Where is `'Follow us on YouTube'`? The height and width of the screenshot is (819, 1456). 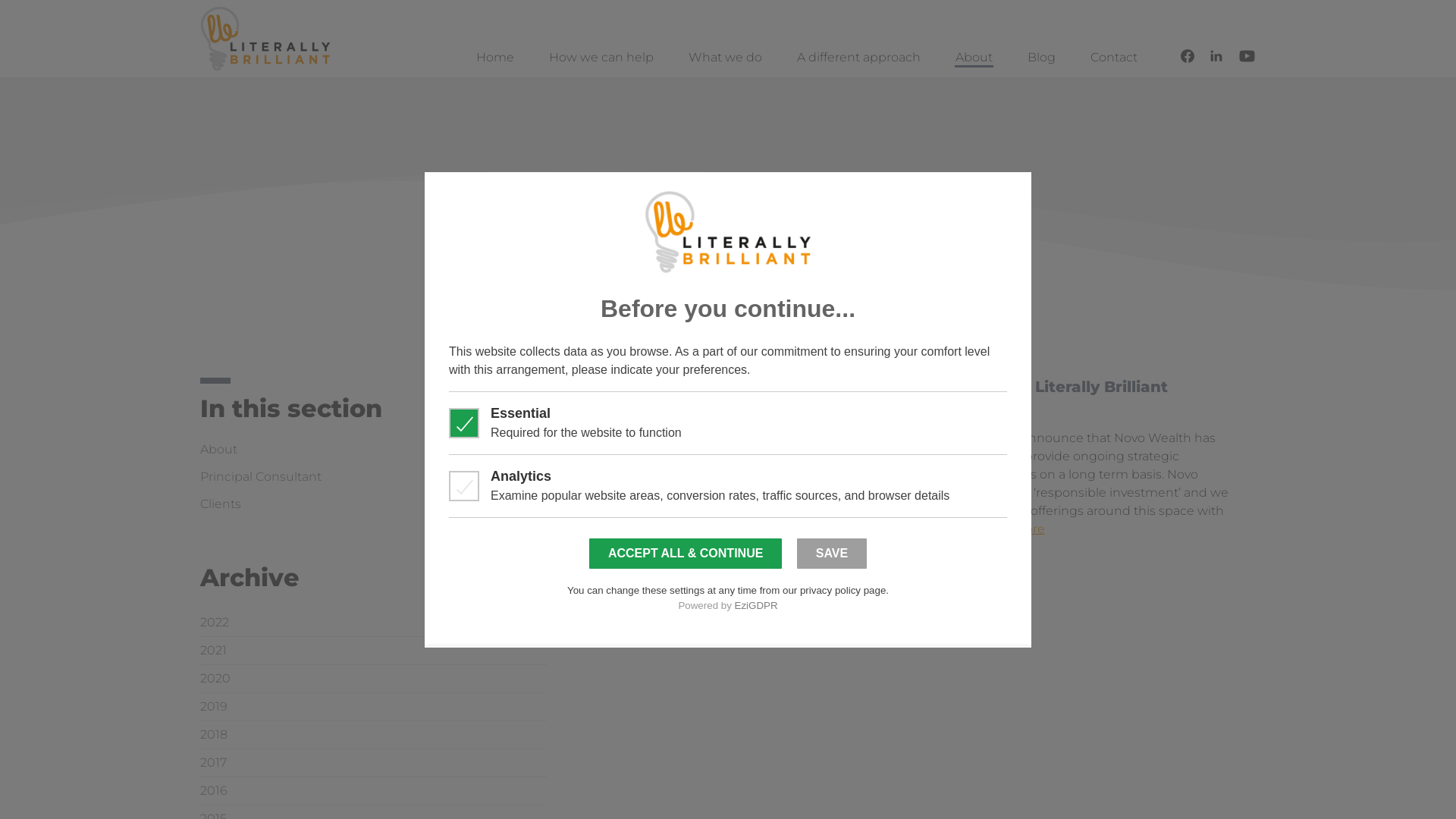
'Follow us on YouTube' is located at coordinates (1247, 55).